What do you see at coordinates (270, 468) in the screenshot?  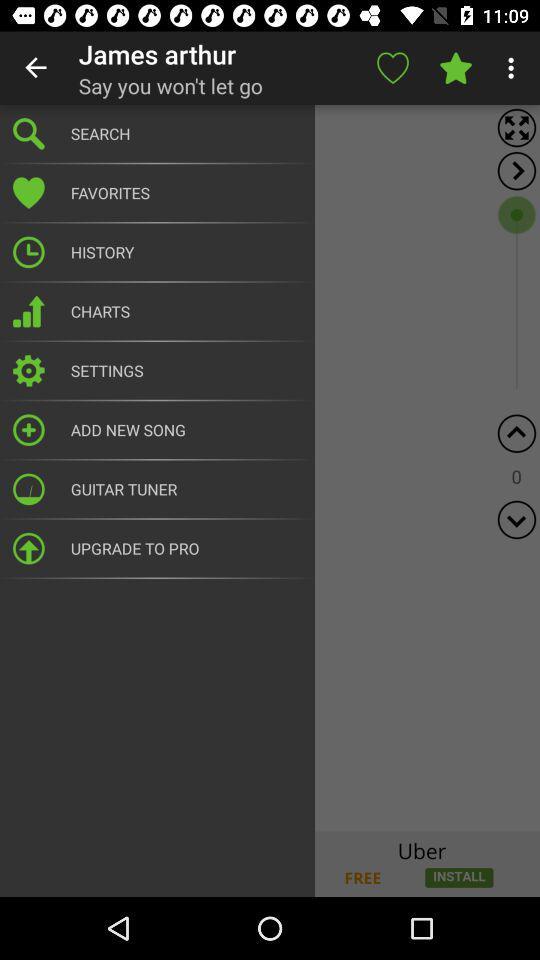 I see `the history of what you have looked at` at bounding box center [270, 468].